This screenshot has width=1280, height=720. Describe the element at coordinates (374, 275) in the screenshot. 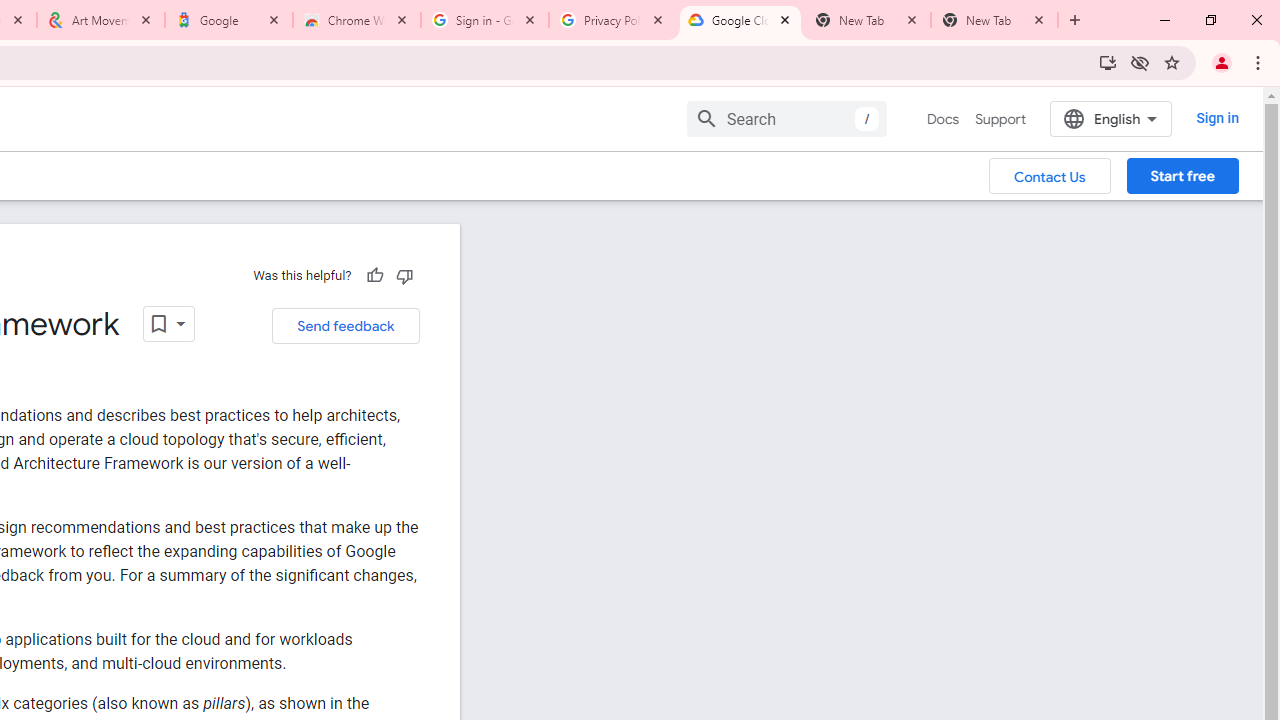

I see `'Helpful'` at that location.